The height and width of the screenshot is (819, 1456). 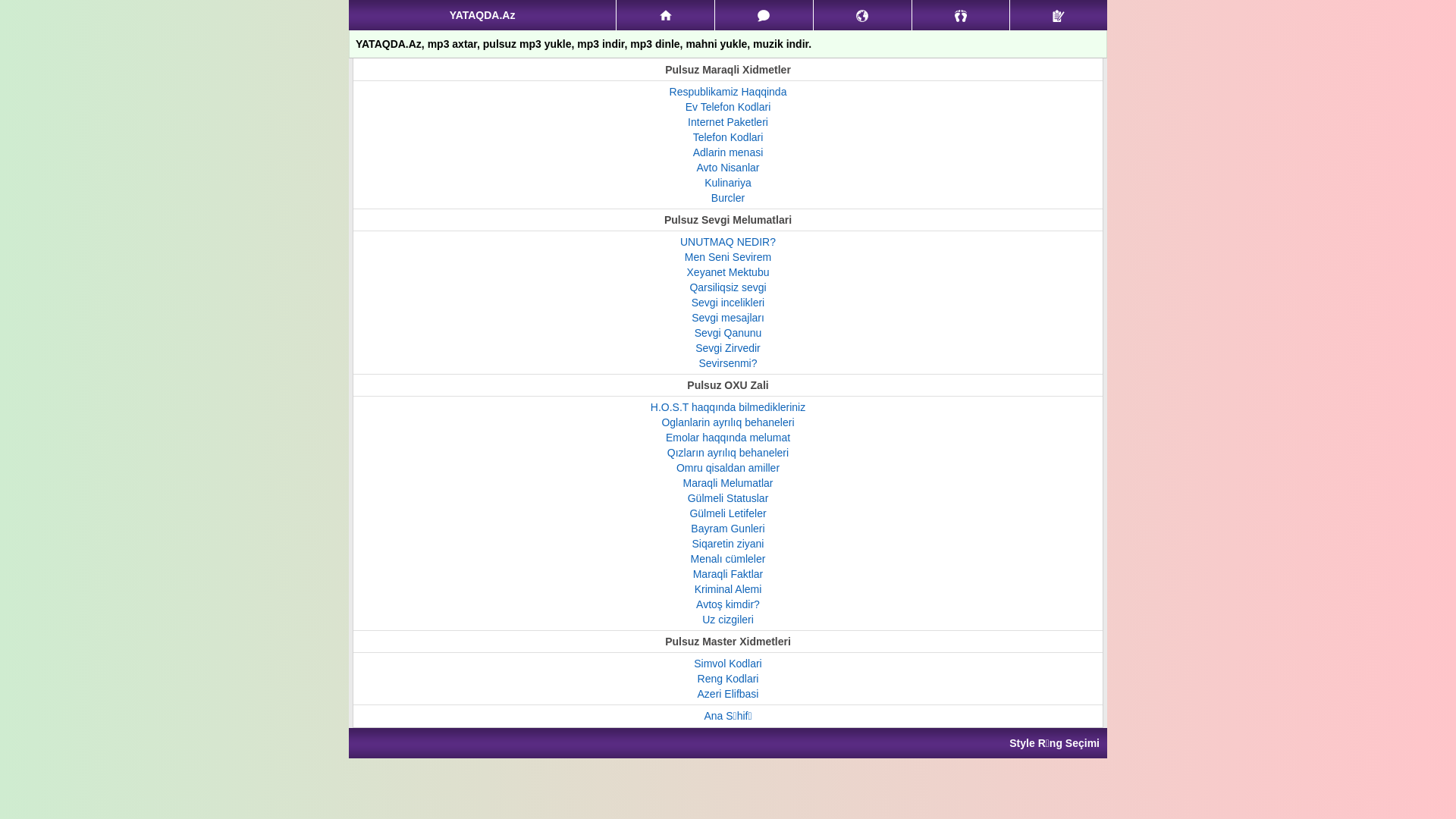 What do you see at coordinates (726, 181) in the screenshot?
I see `'Kulinariya'` at bounding box center [726, 181].